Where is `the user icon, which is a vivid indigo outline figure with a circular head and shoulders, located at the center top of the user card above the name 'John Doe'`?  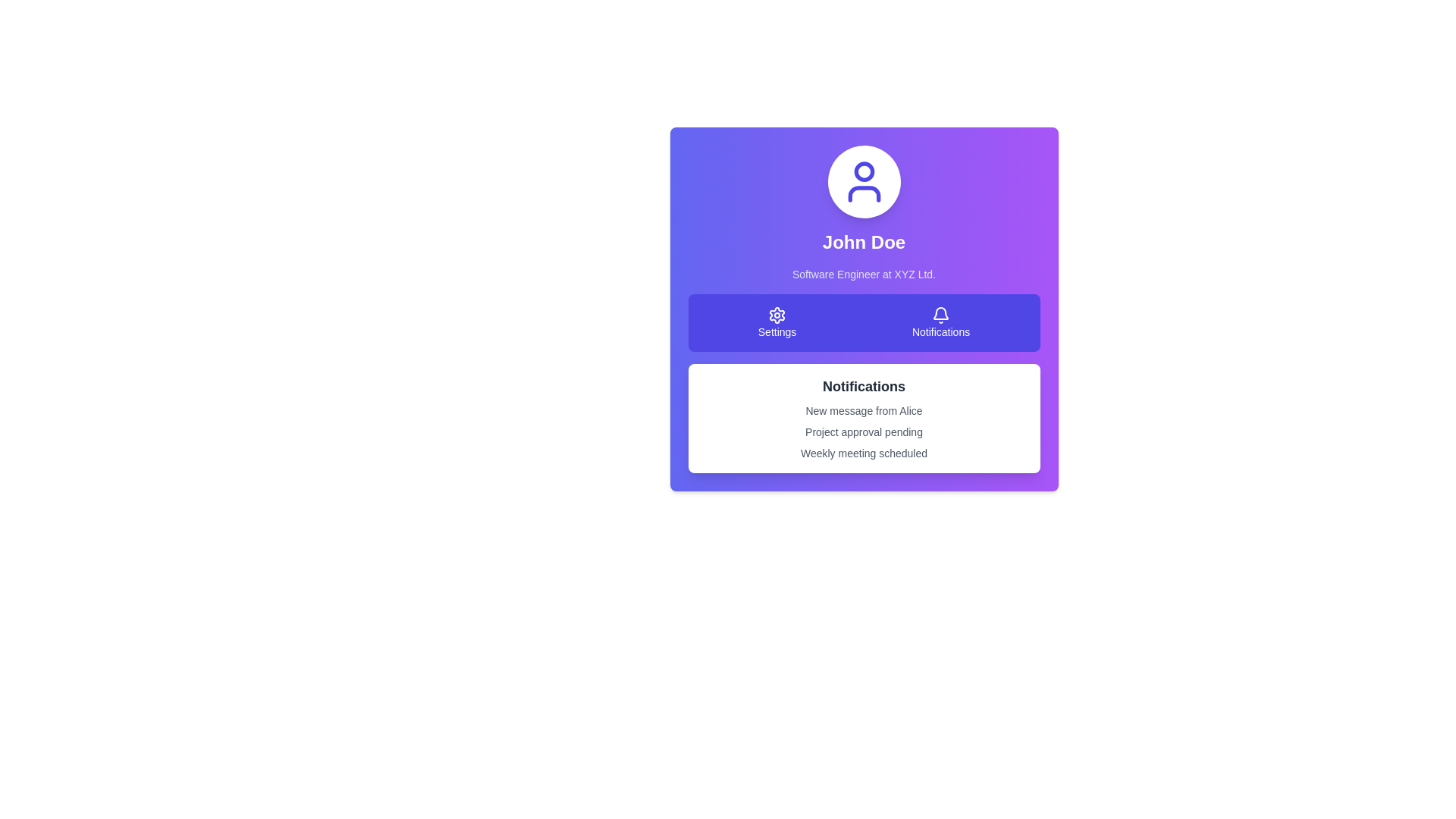 the user icon, which is a vivid indigo outline figure with a circular head and shoulders, located at the center top of the user card above the name 'John Doe' is located at coordinates (864, 180).